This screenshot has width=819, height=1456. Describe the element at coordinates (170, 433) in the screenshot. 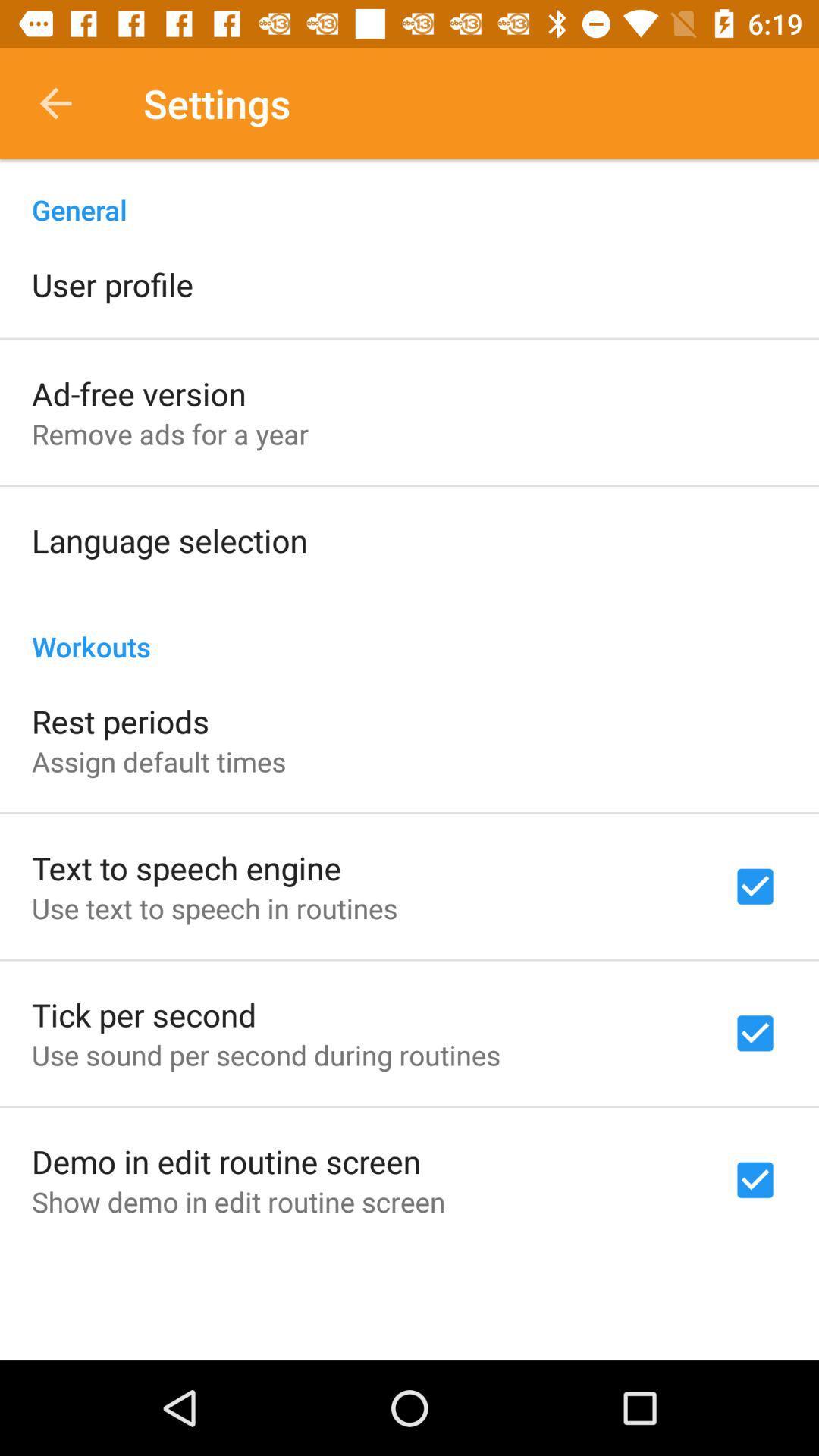

I see `the remove ads for item` at that location.